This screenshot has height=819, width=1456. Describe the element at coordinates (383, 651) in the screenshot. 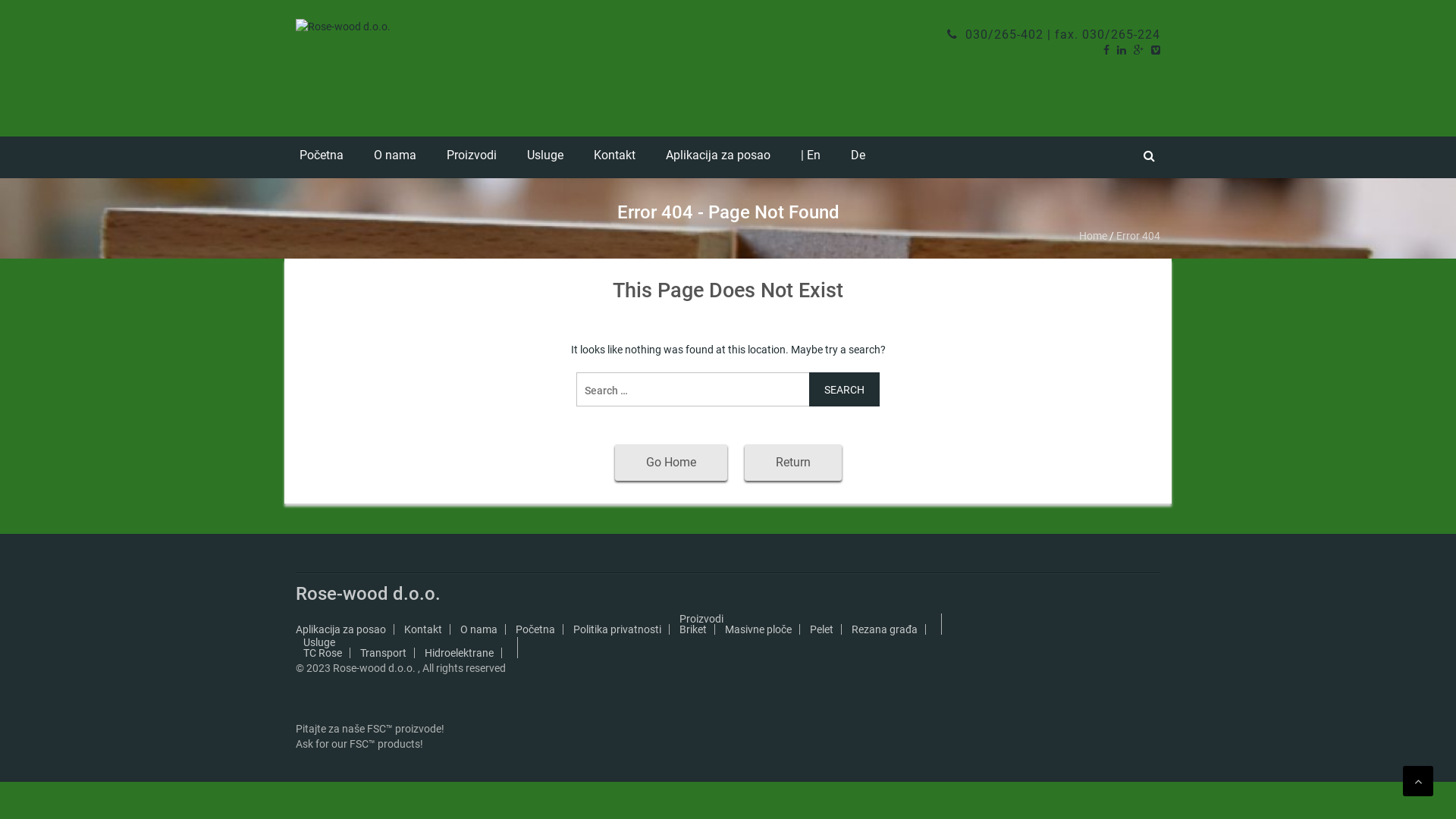

I see `'Transport'` at that location.